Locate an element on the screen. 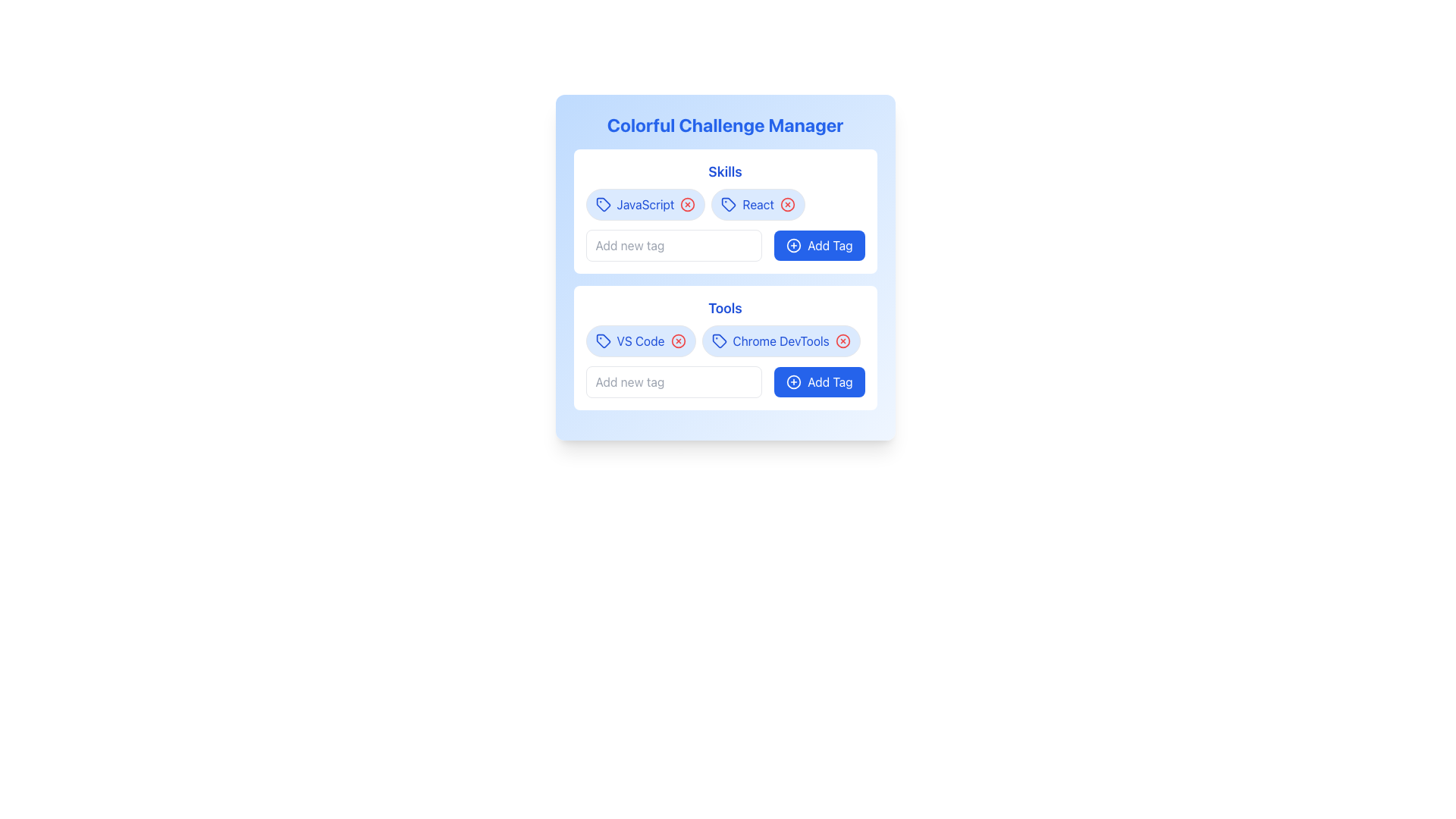 Image resolution: width=1456 pixels, height=819 pixels. the 'JavaScript' skill tag element with a remove option, which is a rounded rectangle with a light blue background, located in the 'Skills' section is located at coordinates (645, 205).